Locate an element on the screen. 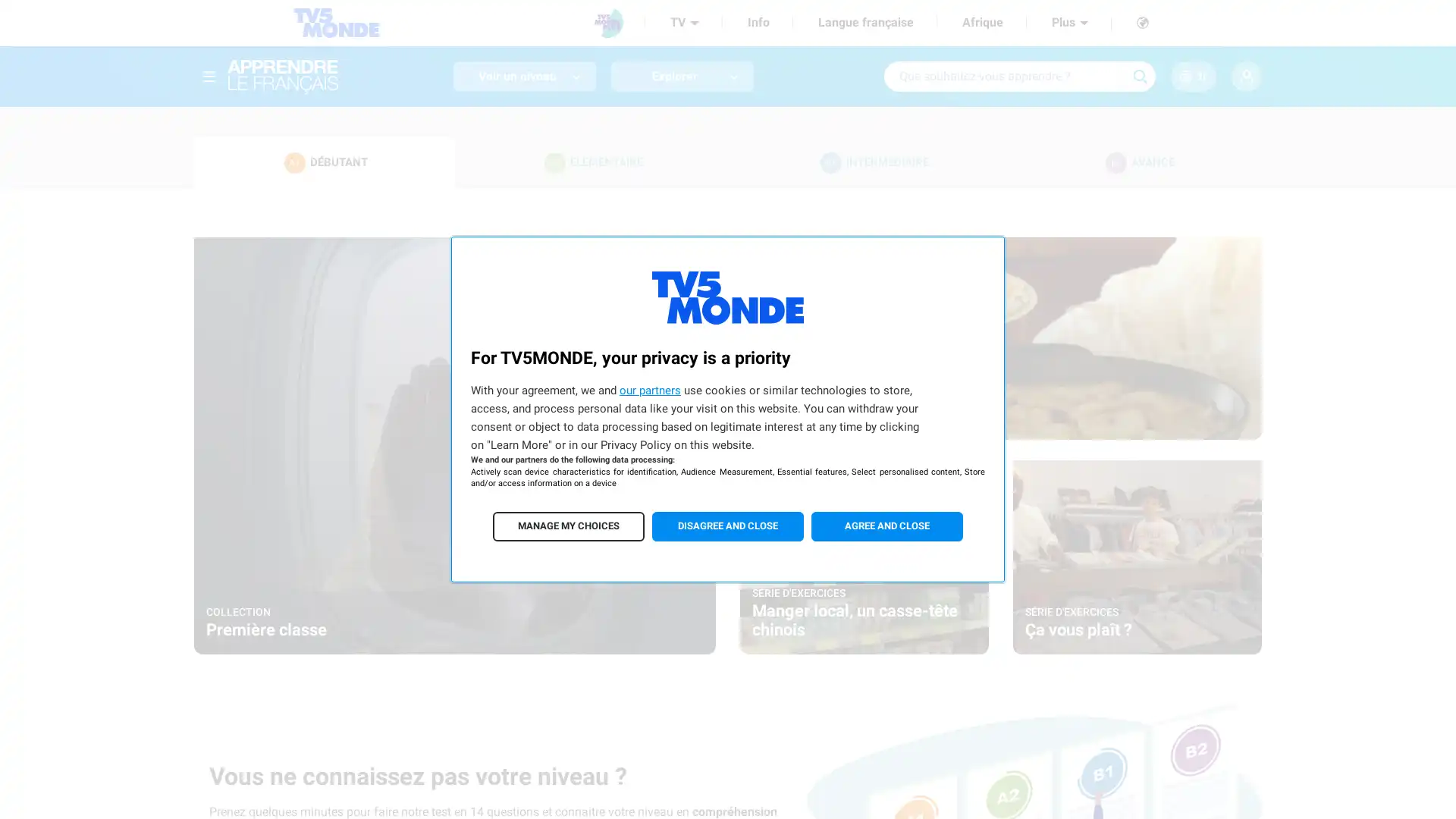 The image size is (1456, 819). Disagree to our data processing and close is located at coordinates (728, 526).